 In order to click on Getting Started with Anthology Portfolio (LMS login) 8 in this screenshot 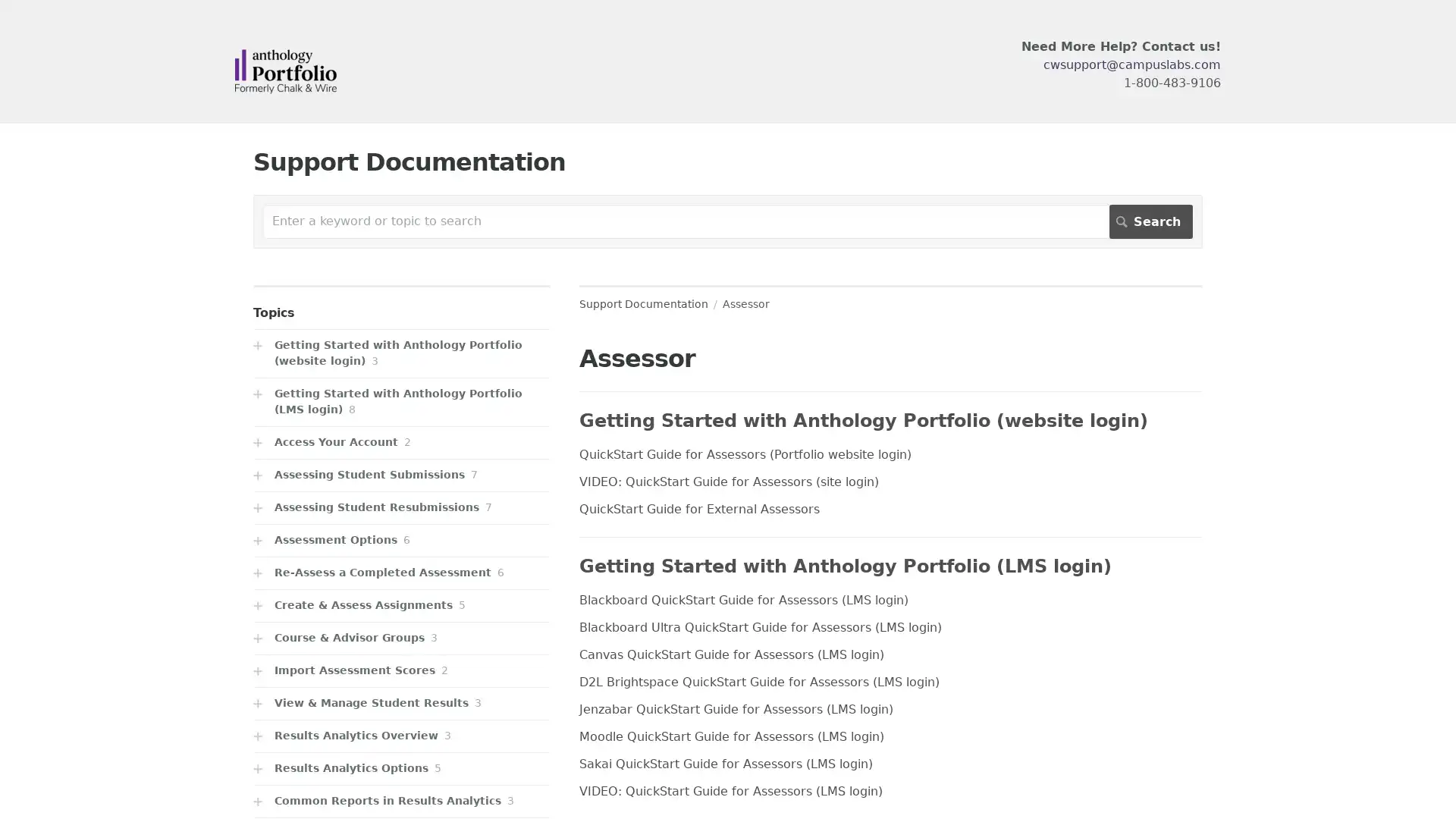, I will do `click(401, 400)`.